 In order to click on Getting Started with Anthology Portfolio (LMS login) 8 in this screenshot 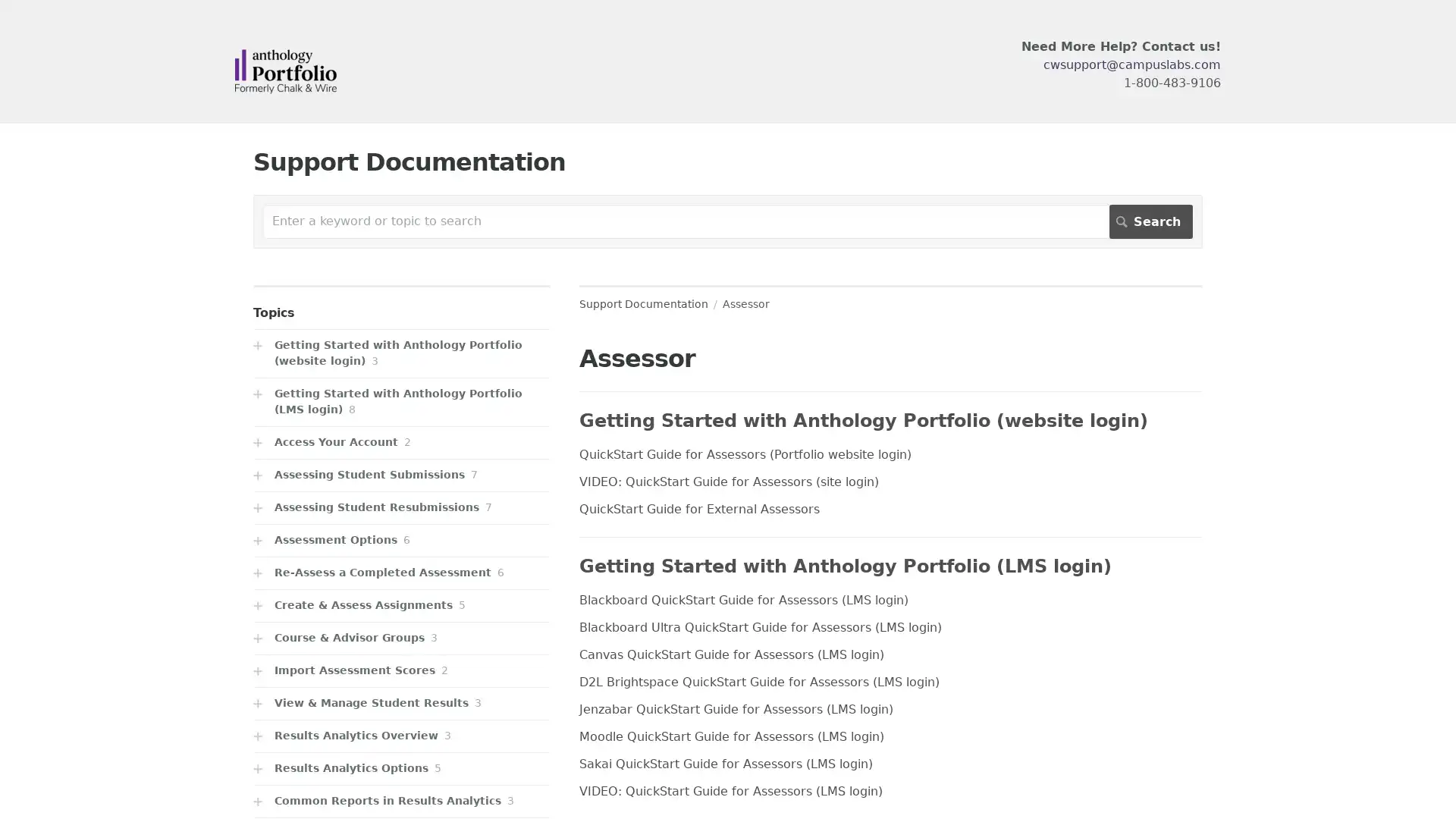, I will do `click(401, 400)`.